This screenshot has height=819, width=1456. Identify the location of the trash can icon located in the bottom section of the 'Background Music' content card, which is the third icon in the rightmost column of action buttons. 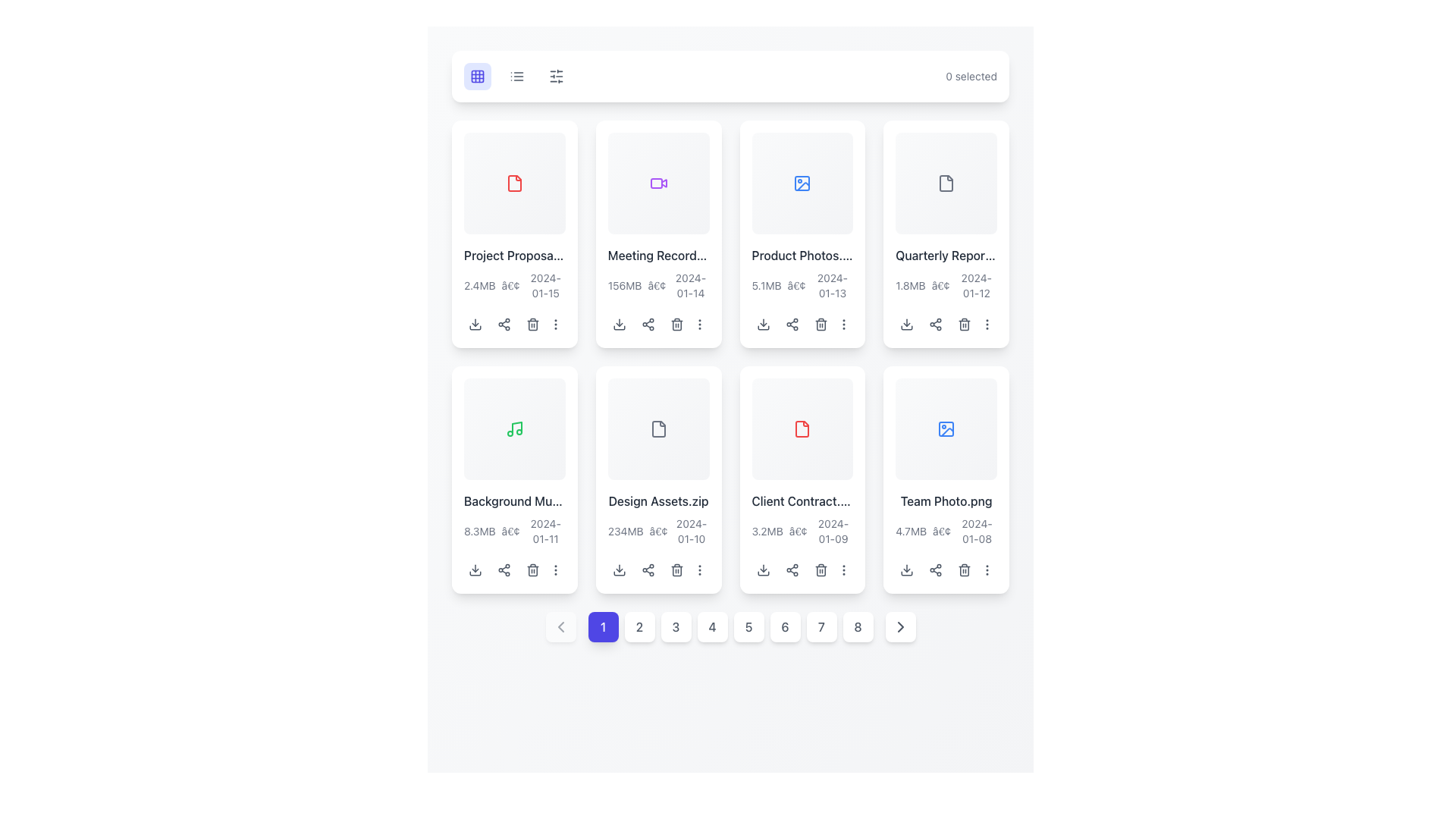
(532, 570).